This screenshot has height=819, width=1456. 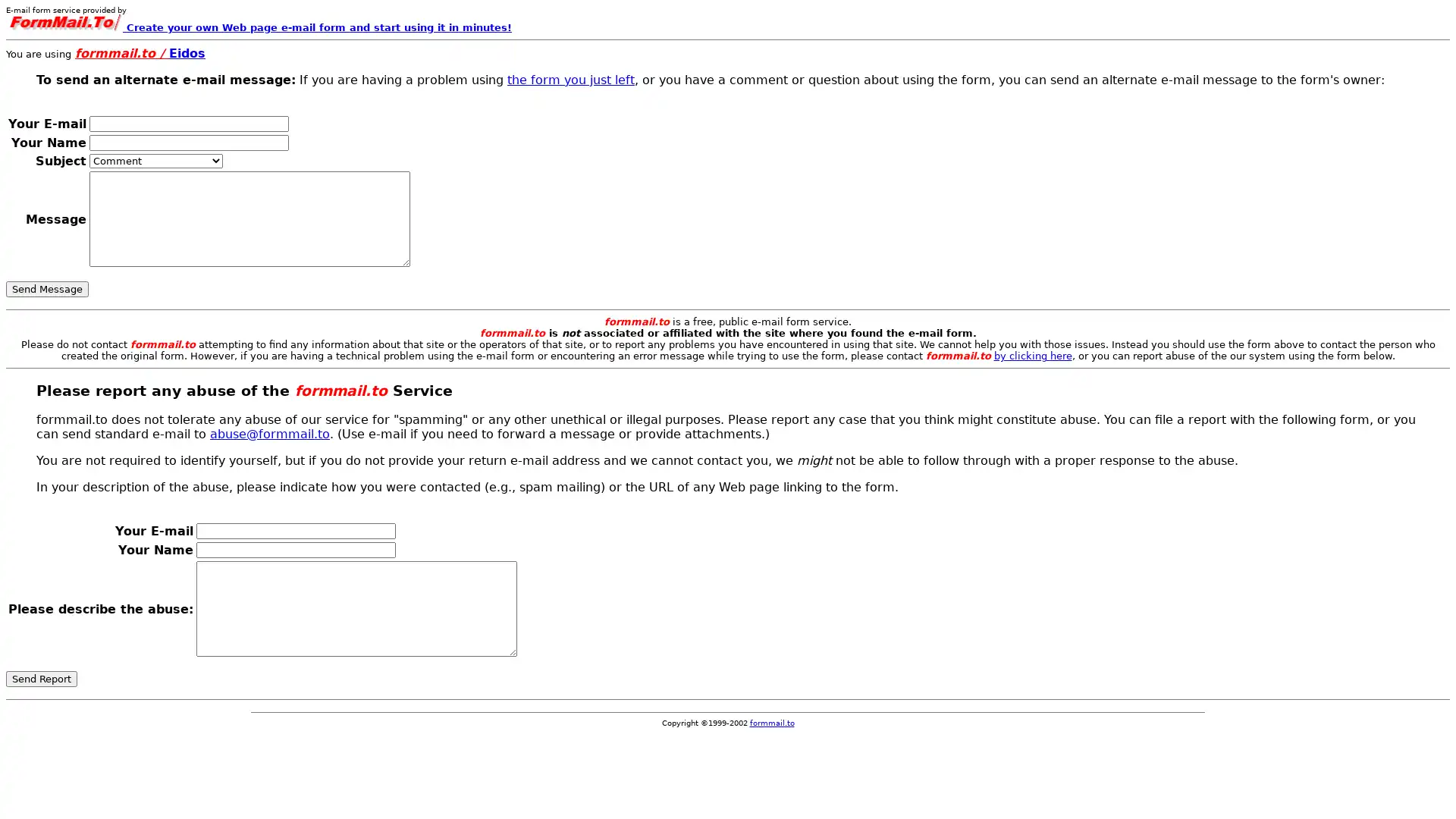 What do you see at coordinates (47, 289) in the screenshot?
I see `Send Message` at bounding box center [47, 289].